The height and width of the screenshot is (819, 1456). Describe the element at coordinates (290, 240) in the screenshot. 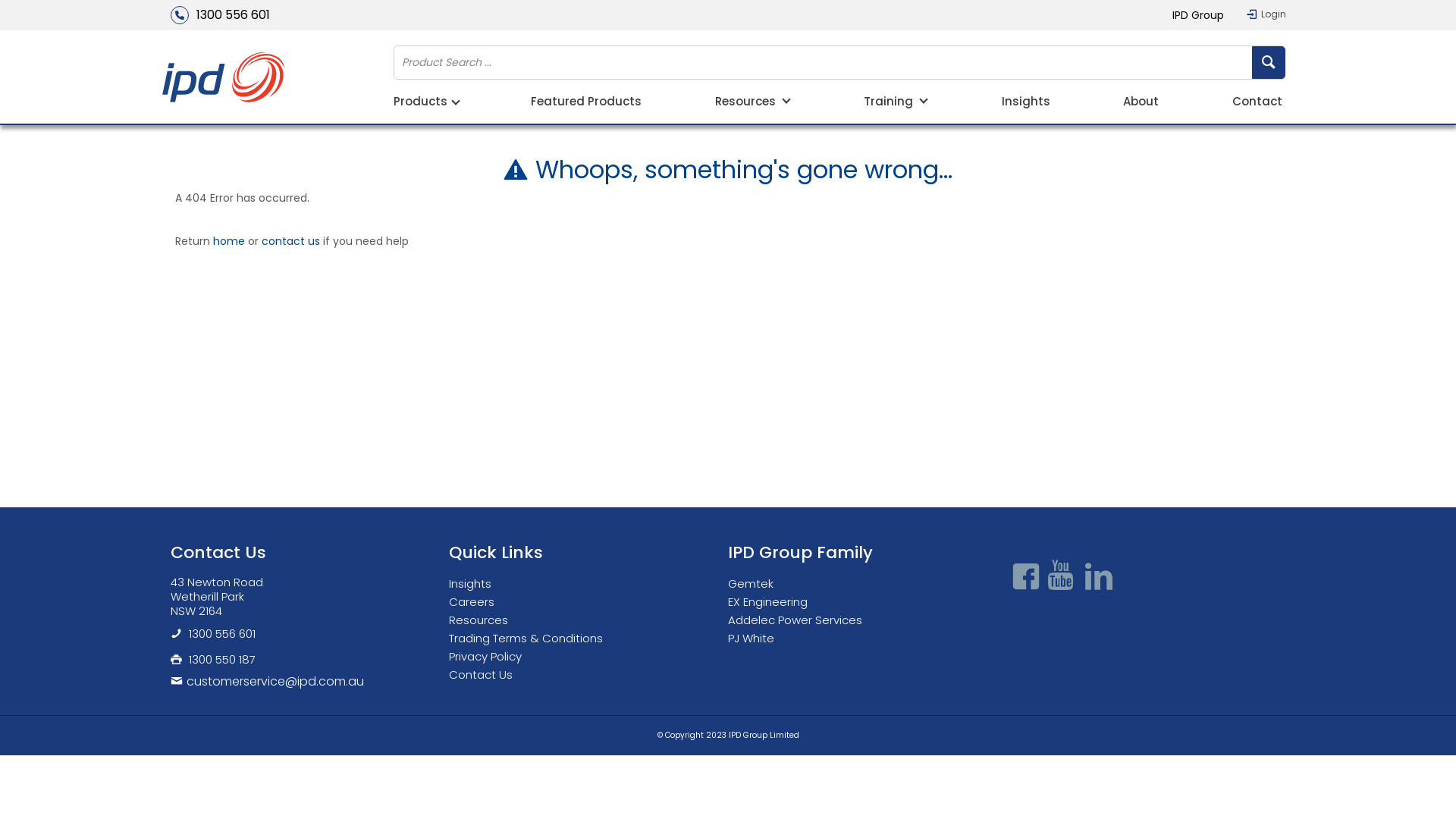

I see `'contact us'` at that location.